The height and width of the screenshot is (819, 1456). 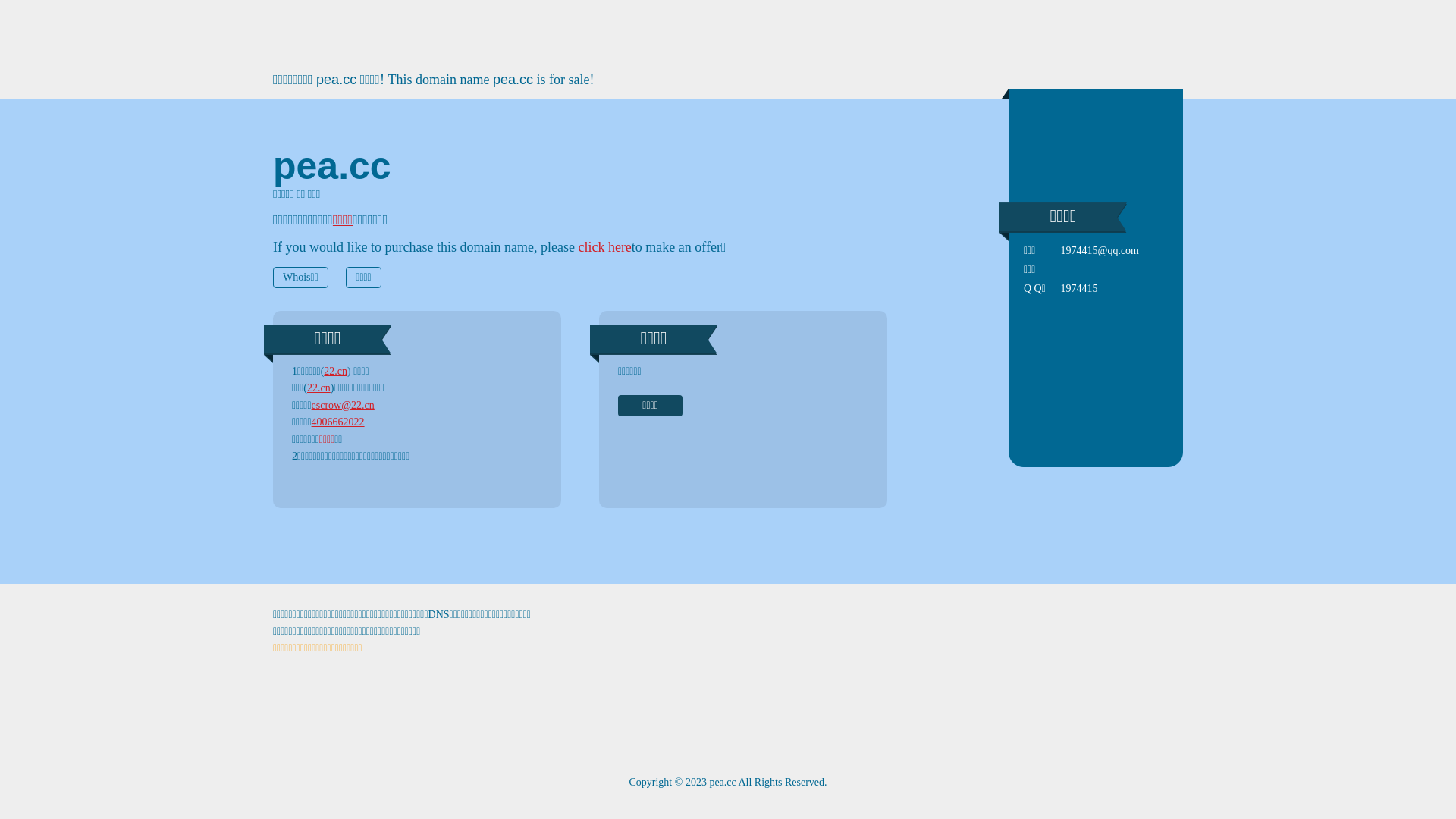 I want to click on 'escrow@22.cn', so click(x=311, y=404).